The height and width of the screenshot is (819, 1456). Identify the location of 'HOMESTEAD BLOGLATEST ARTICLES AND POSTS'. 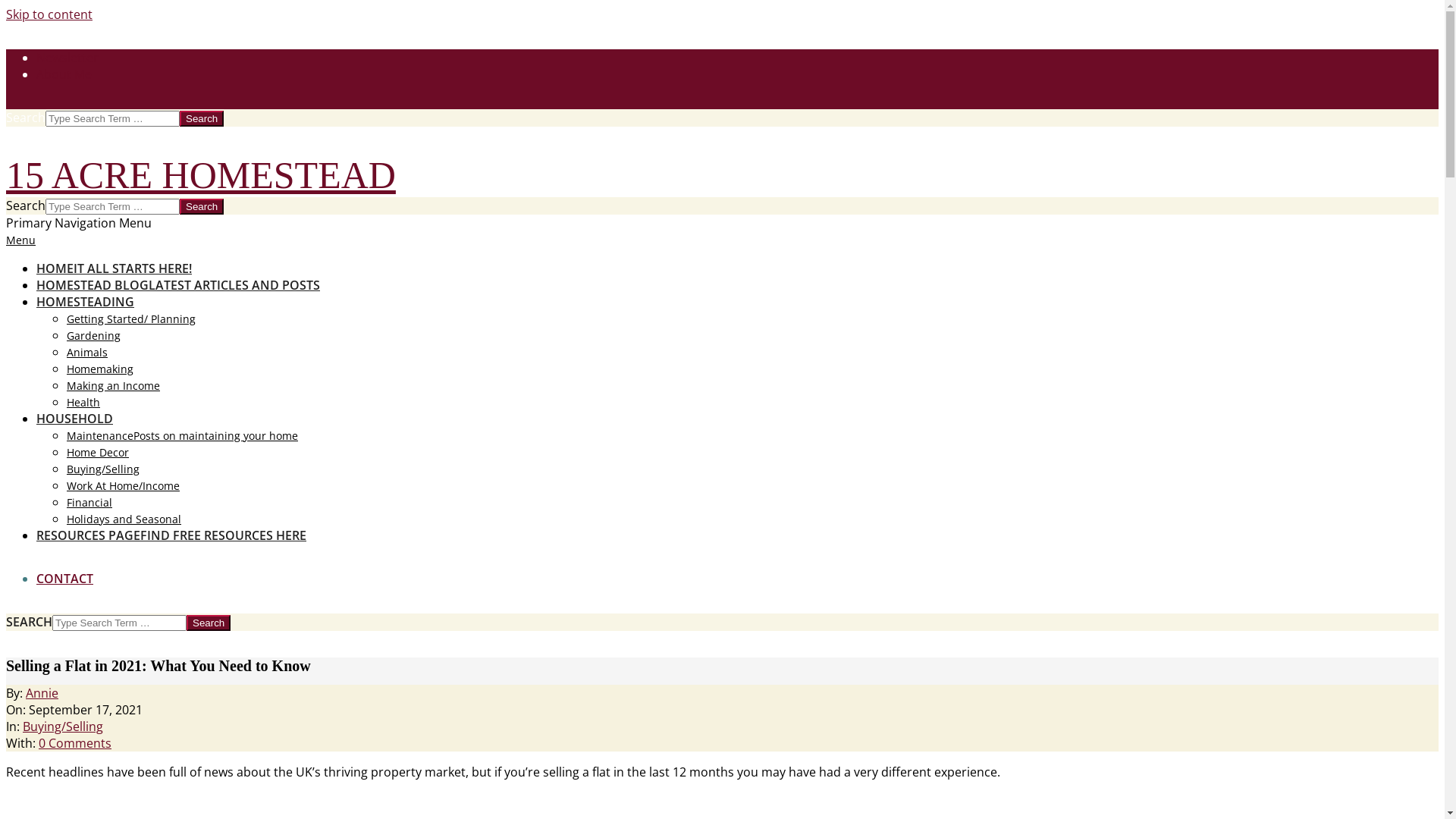
(178, 284).